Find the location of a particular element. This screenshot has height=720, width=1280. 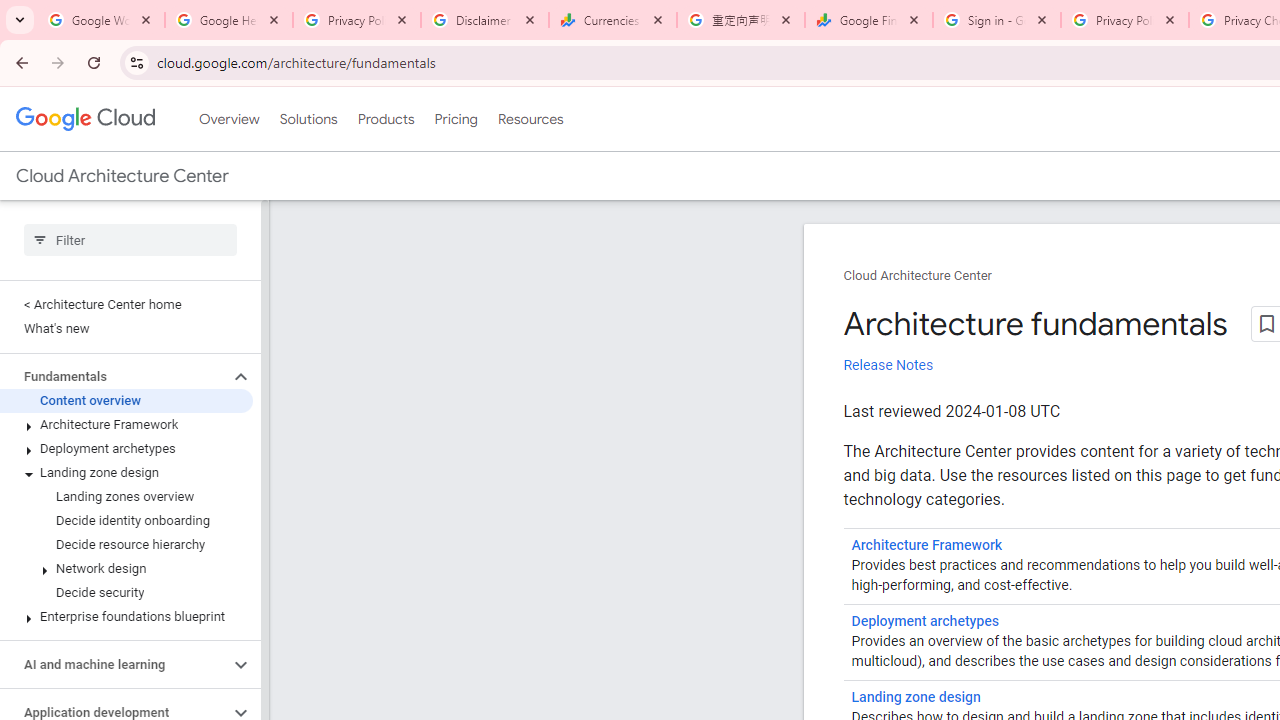

'Pricing' is located at coordinates (454, 119).